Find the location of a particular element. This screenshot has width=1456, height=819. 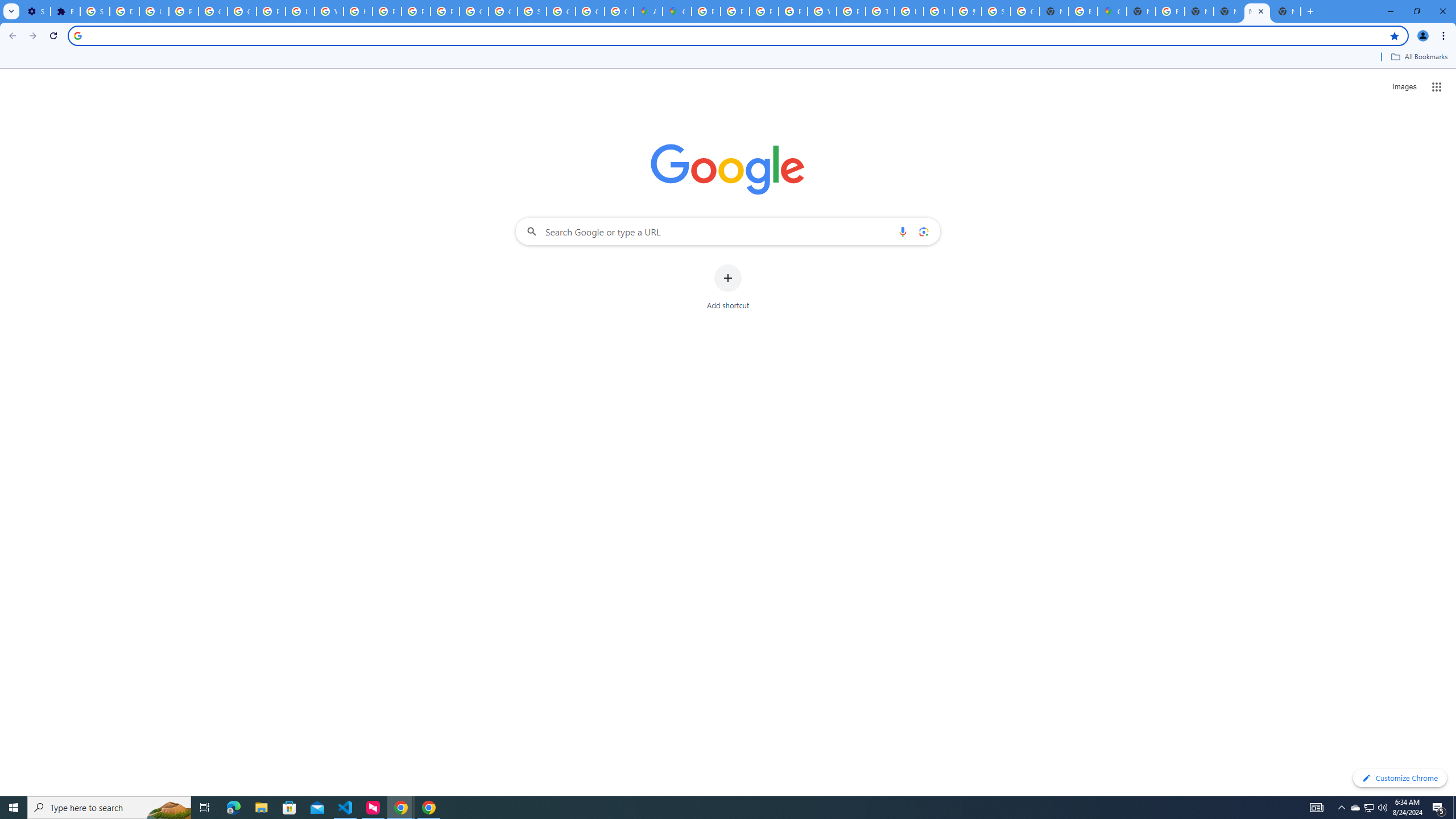

'Explore new street-level details - Google Maps Help' is located at coordinates (1082, 11).